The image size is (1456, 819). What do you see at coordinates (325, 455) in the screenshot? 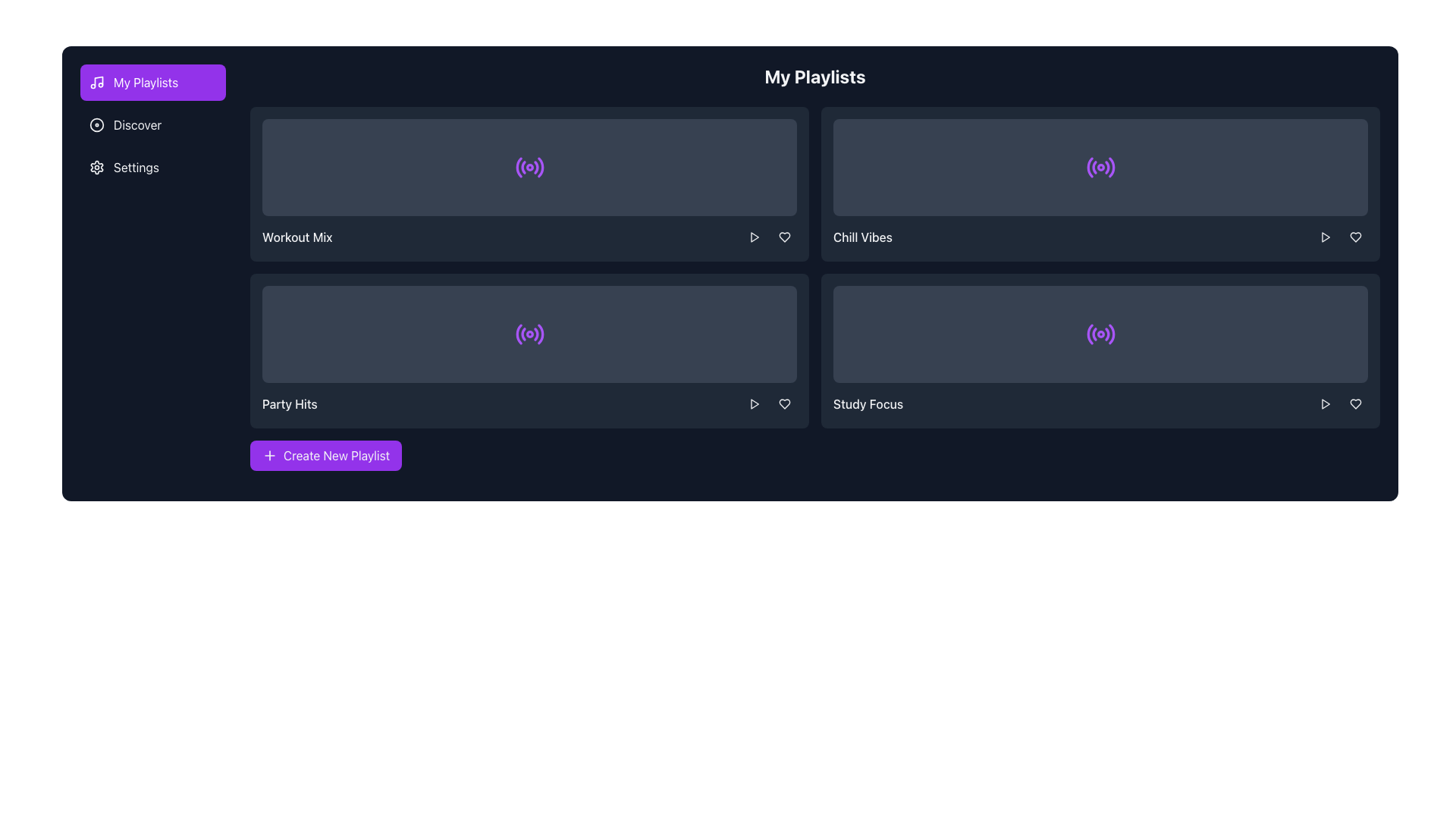
I see `keyboard navigation` at bounding box center [325, 455].